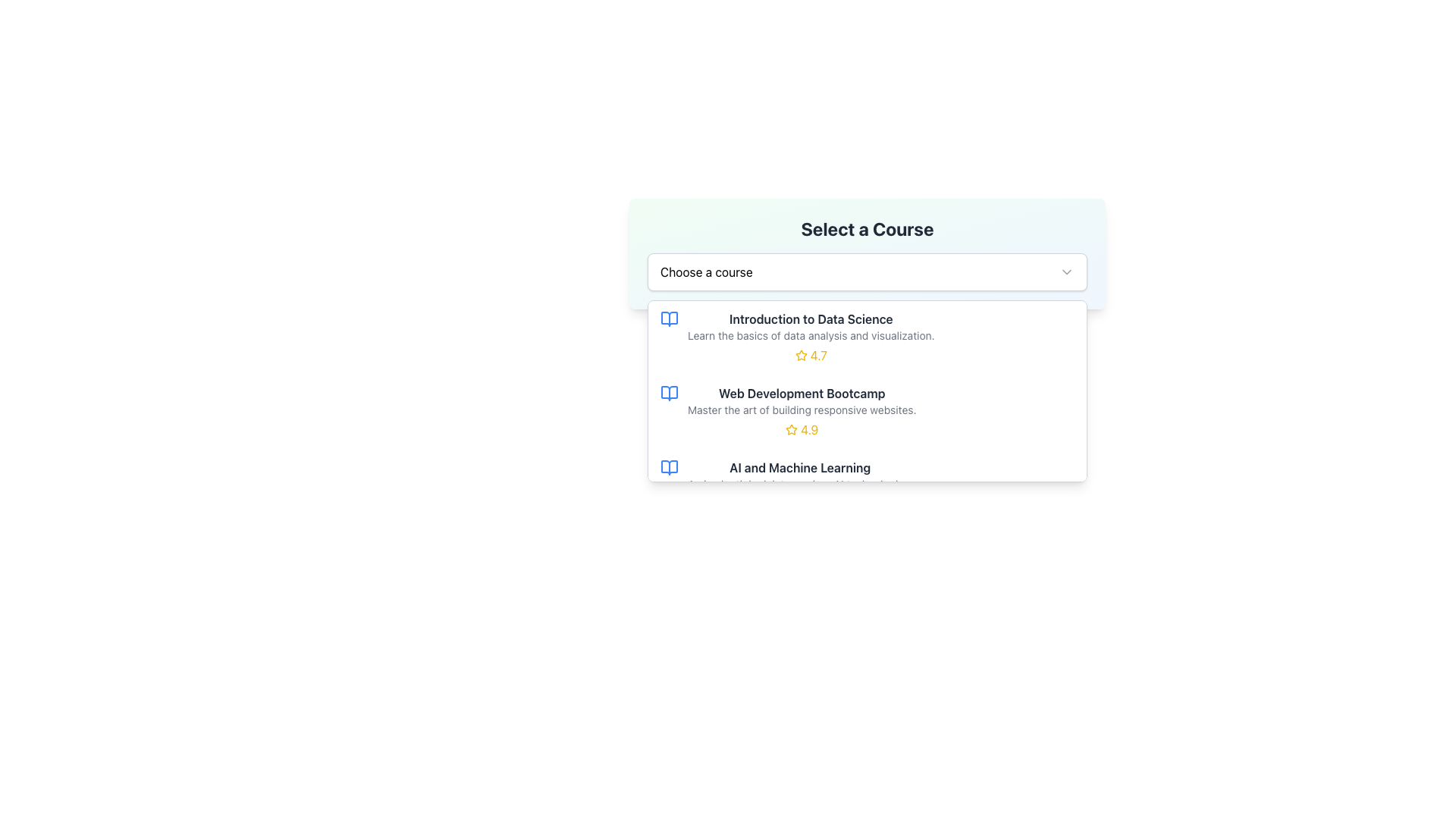 The image size is (1456, 819). I want to click on the second course option, so click(867, 412).